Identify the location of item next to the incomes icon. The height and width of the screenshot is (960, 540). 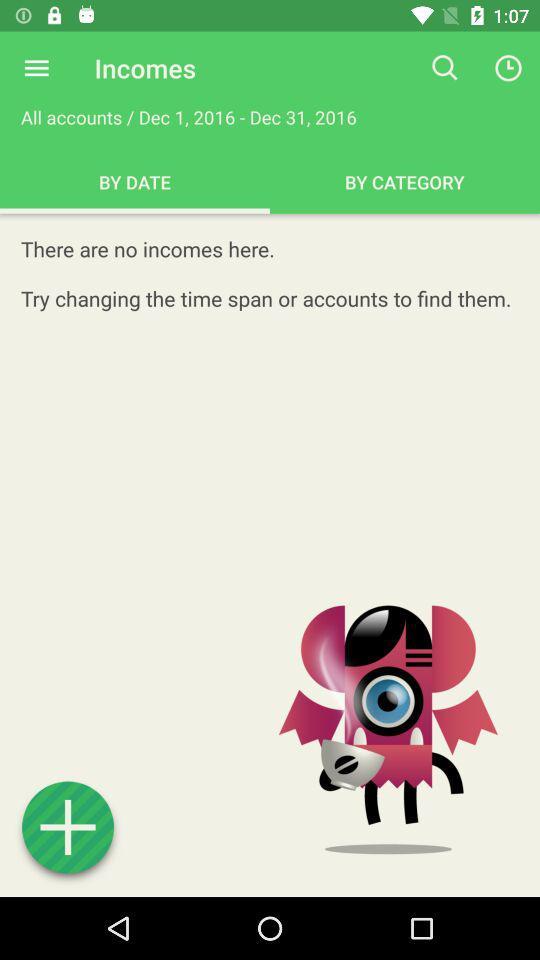
(36, 68).